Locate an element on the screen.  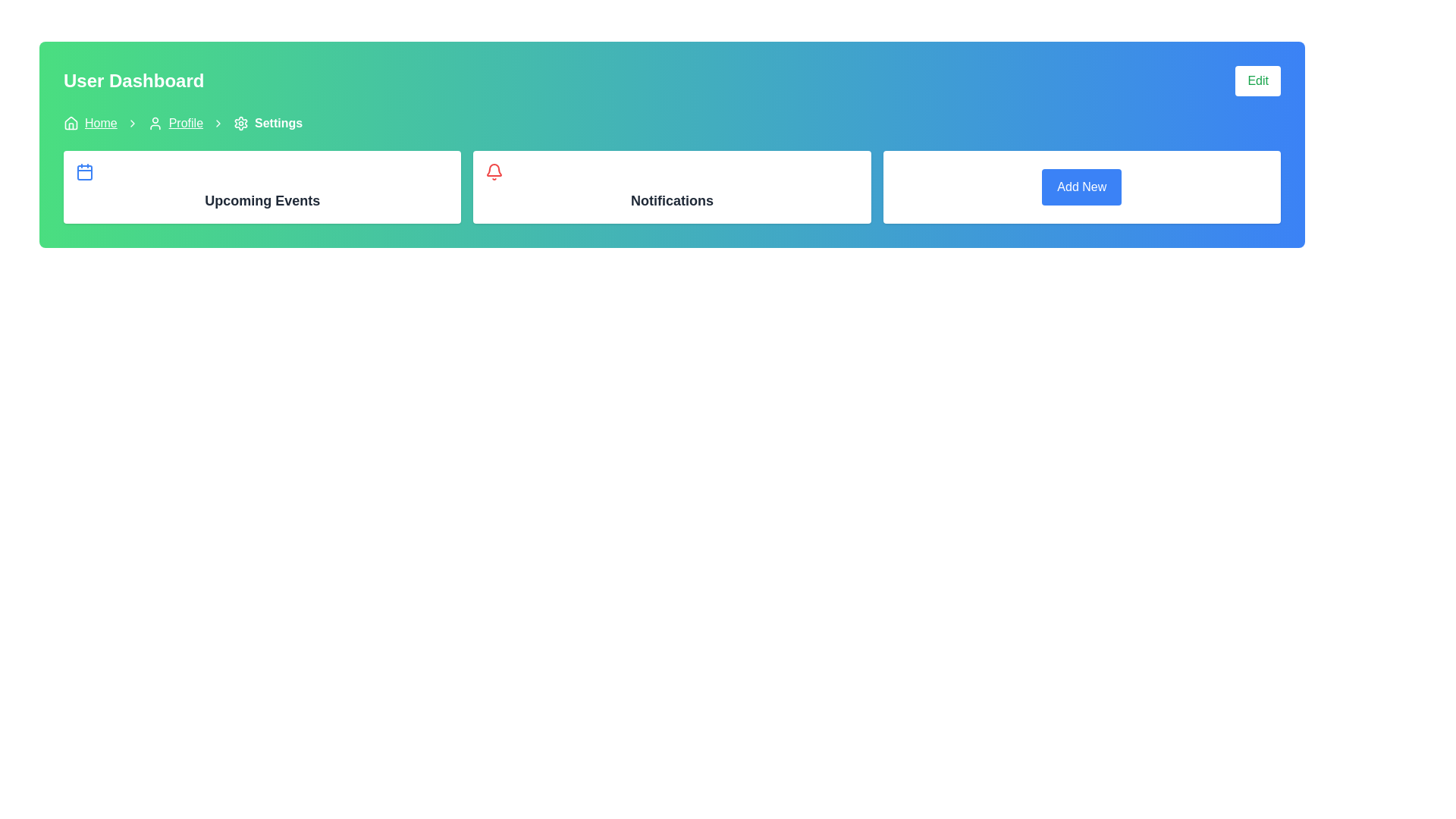
the small square-shaped house icon with a green background and white outline located in the navigation bar next to the text 'Home' is located at coordinates (71, 122).